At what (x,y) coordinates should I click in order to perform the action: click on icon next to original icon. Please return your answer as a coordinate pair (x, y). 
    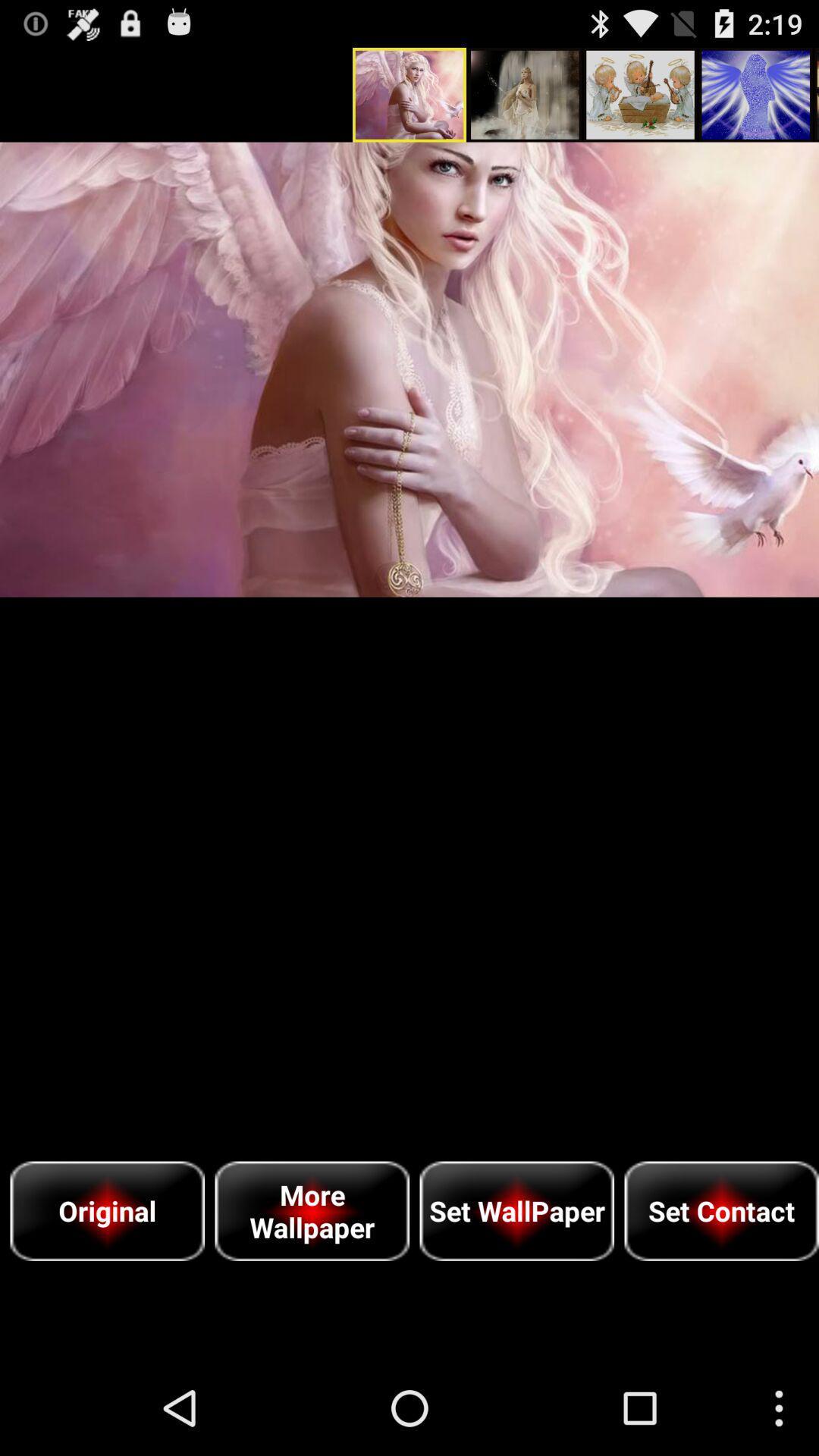
    Looking at the image, I should click on (311, 1210).